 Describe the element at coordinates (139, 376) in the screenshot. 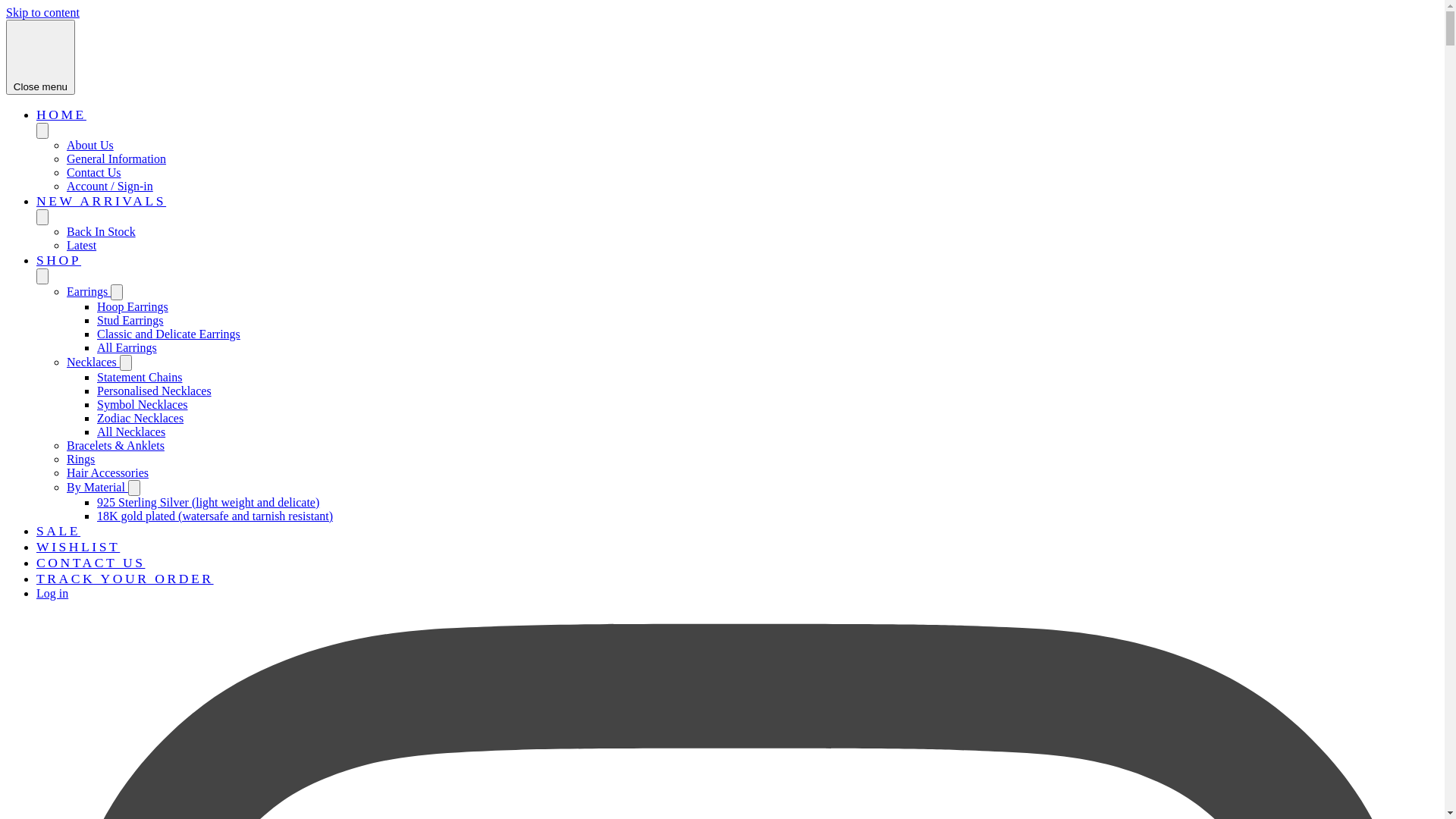

I see `'Statement Chains'` at that location.